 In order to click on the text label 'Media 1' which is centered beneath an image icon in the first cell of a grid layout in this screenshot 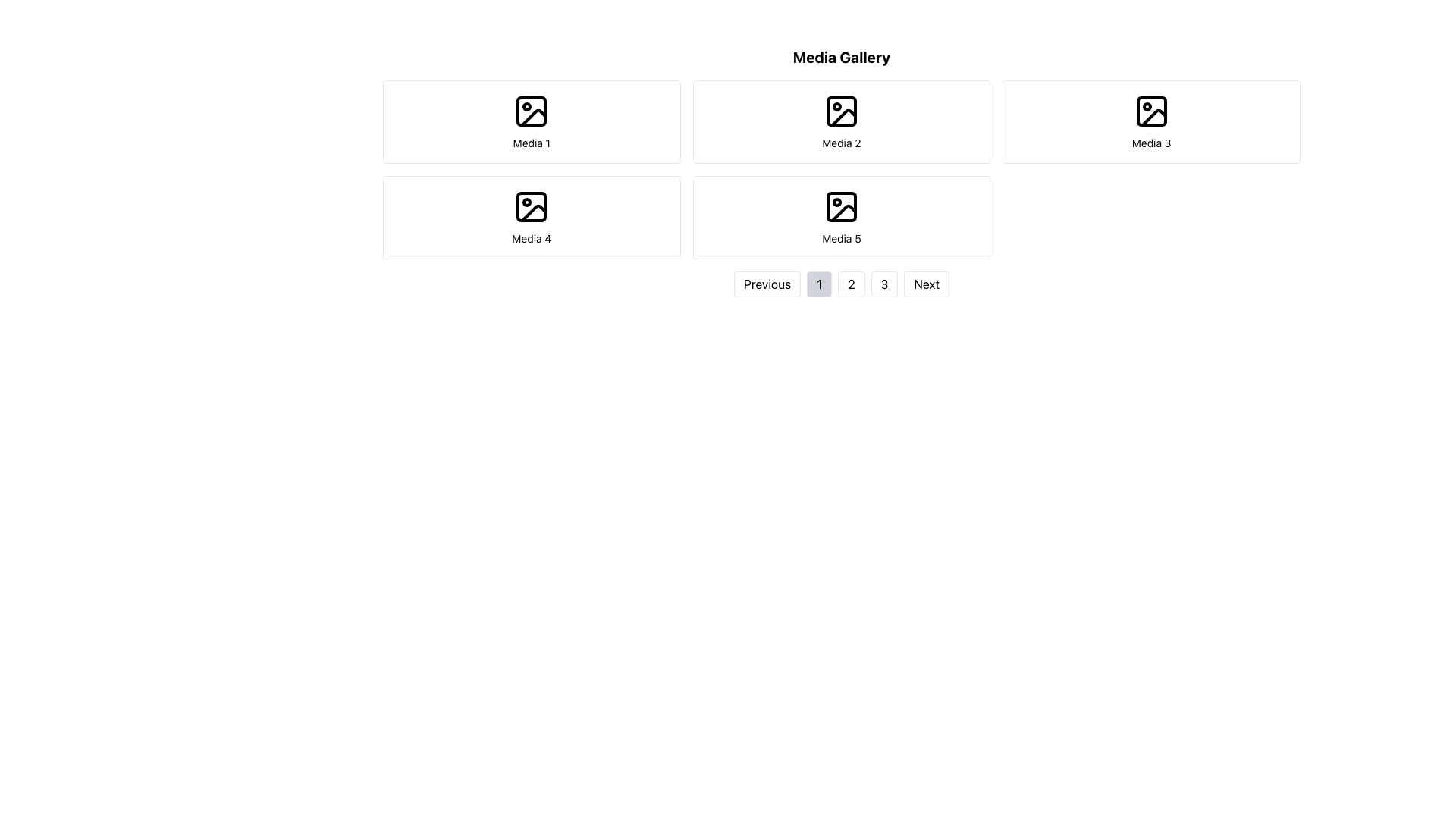, I will do `click(532, 143)`.